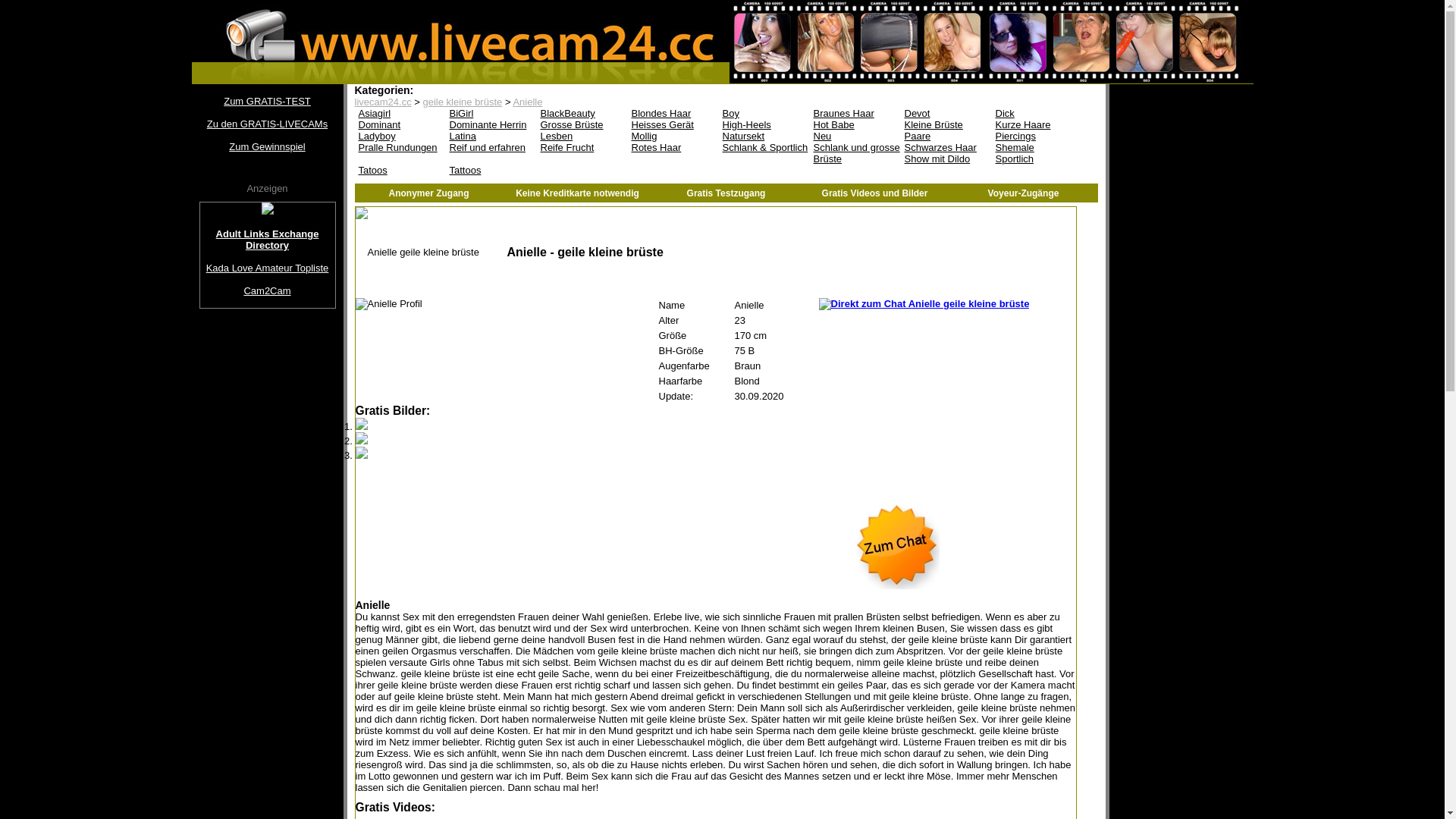 The width and height of the screenshot is (1456, 819). Describe the element at coordinates (855, 112) in the screenshot. I see `'Braunes Haar'` at that location.